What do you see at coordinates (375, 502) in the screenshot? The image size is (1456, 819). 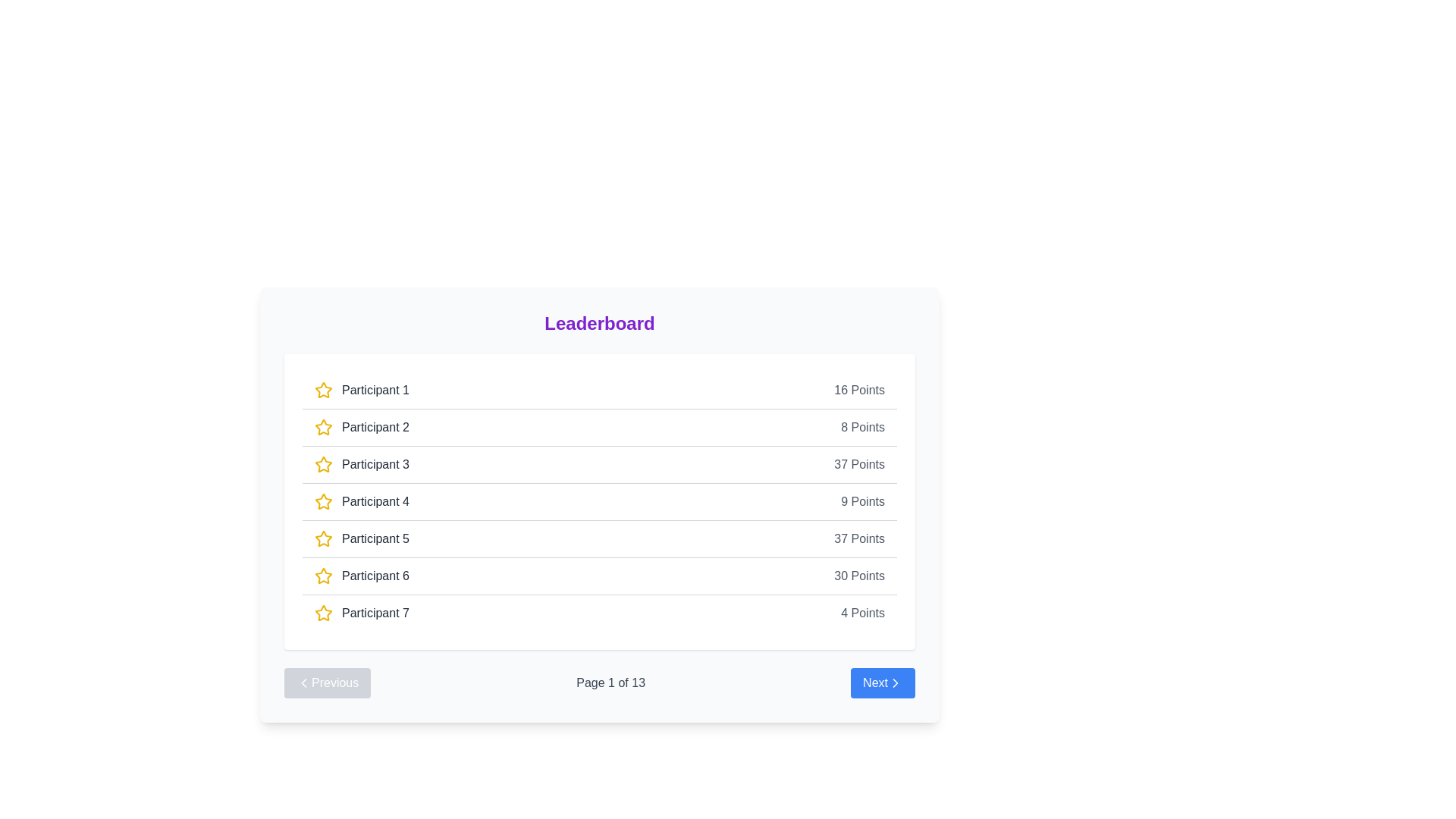 I see `the text label displaying 'Participant 4', which is located in the fourth row of the leaderboard list and positioned to the right of a yellow star icon` at bounding box center [375, 502].